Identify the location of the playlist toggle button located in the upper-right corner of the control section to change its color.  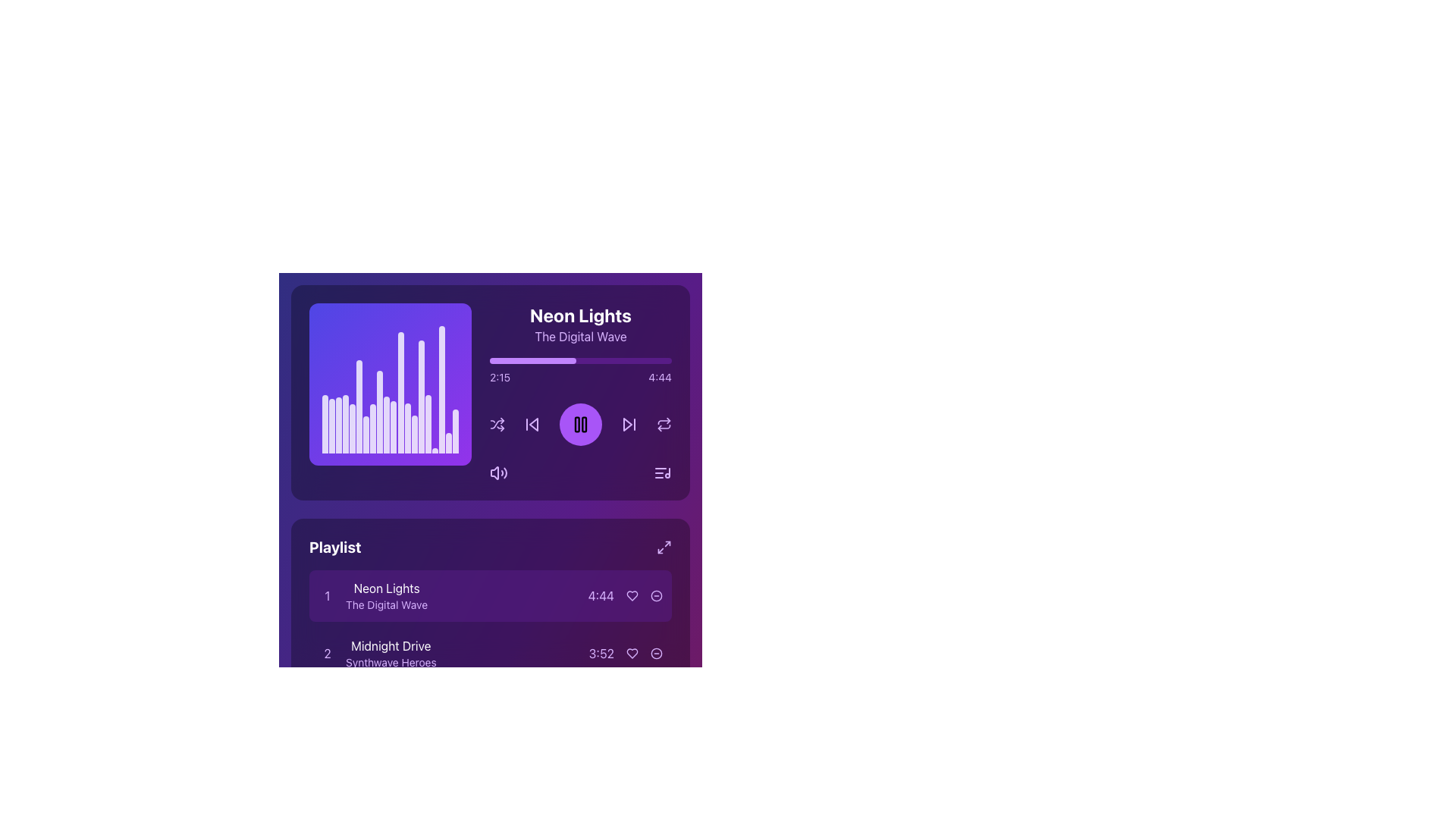
(662, 472).